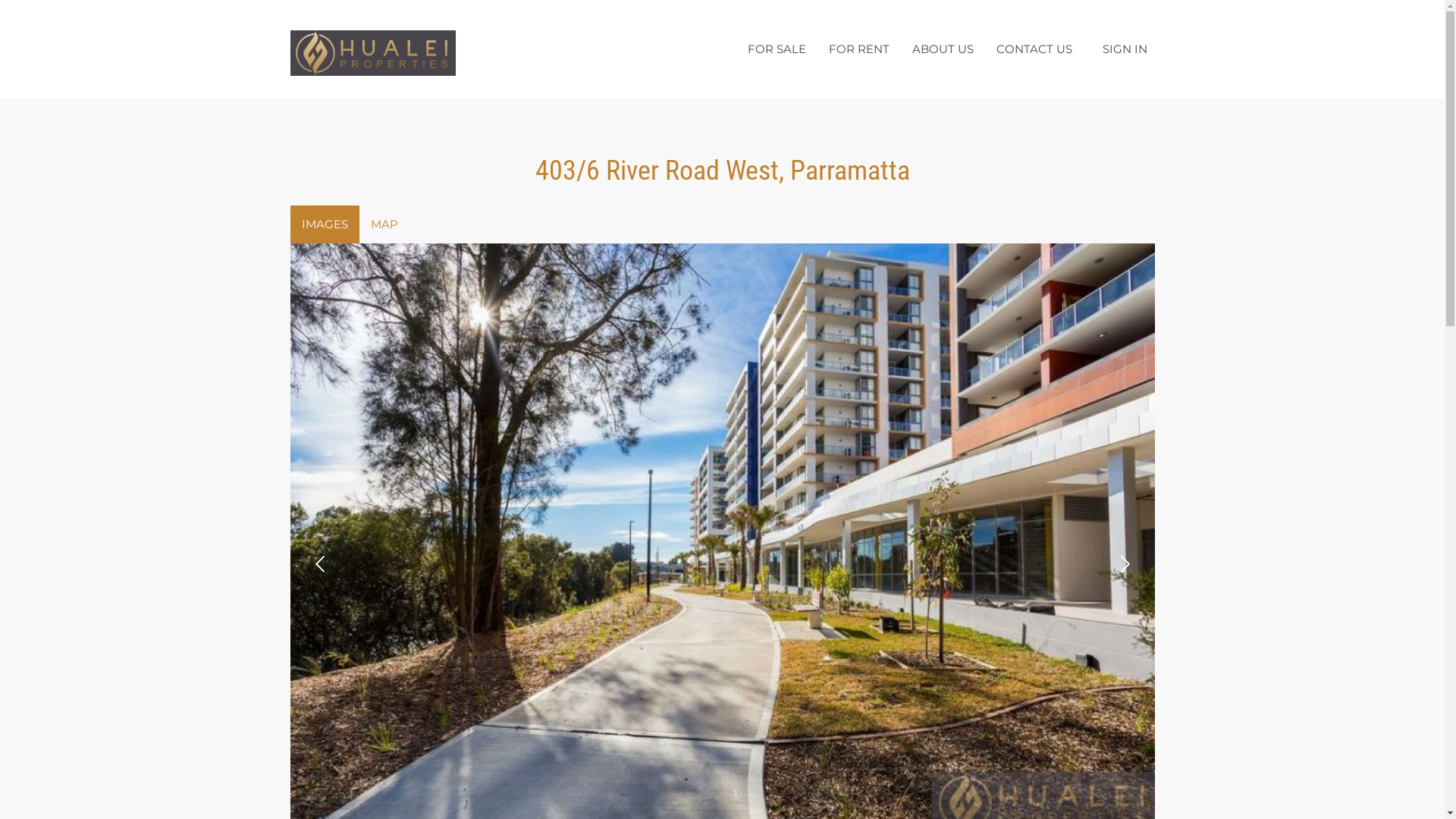 This screenshot has width=1456, height=819. I want to click on 'ABOUT US', so click(901, 48).